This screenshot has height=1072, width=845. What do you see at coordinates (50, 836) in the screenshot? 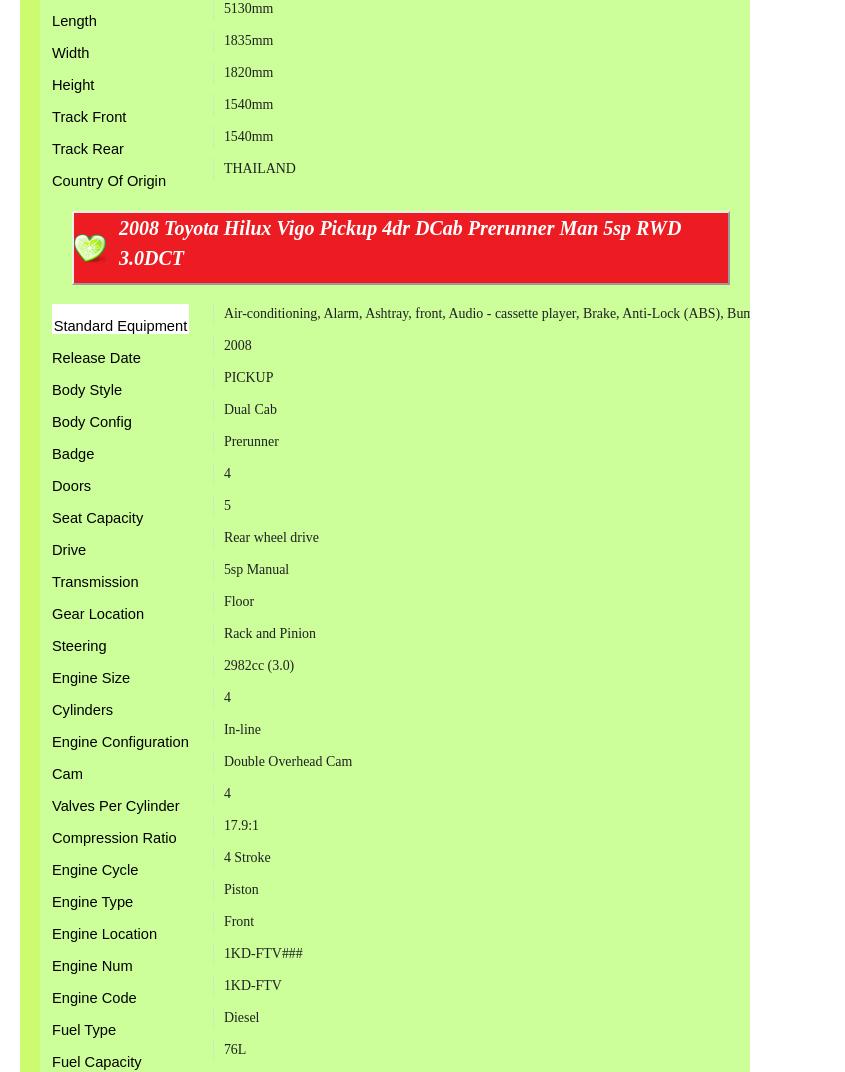
I see `'Compression Ratio'` at bounding box center [50, 836].